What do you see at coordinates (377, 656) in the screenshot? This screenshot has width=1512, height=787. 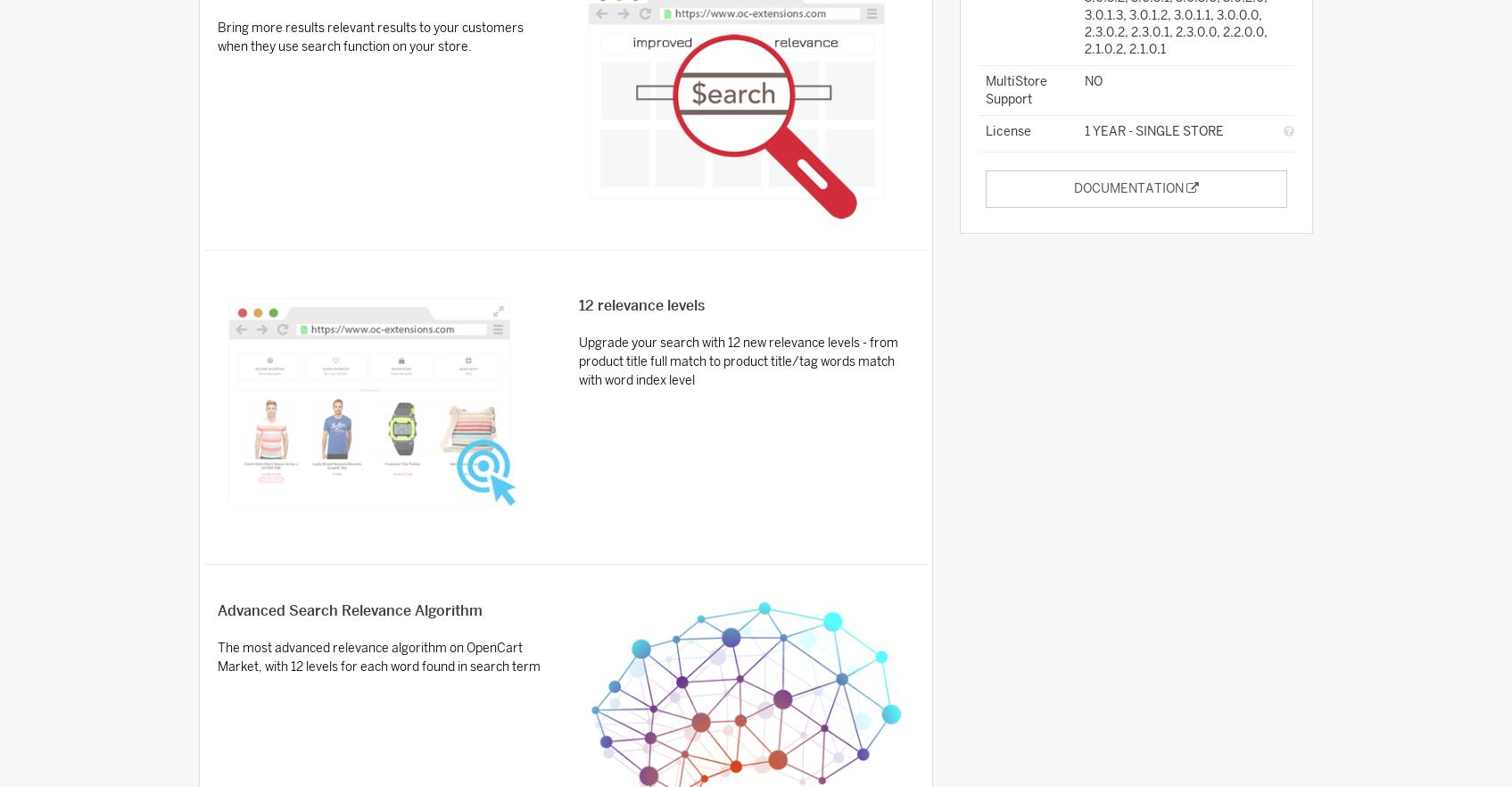 I see `'The most advanced relevance algorithm on OpenCart Market, with 12 levels for each word found in search term'` at bounding box center [377, 656].